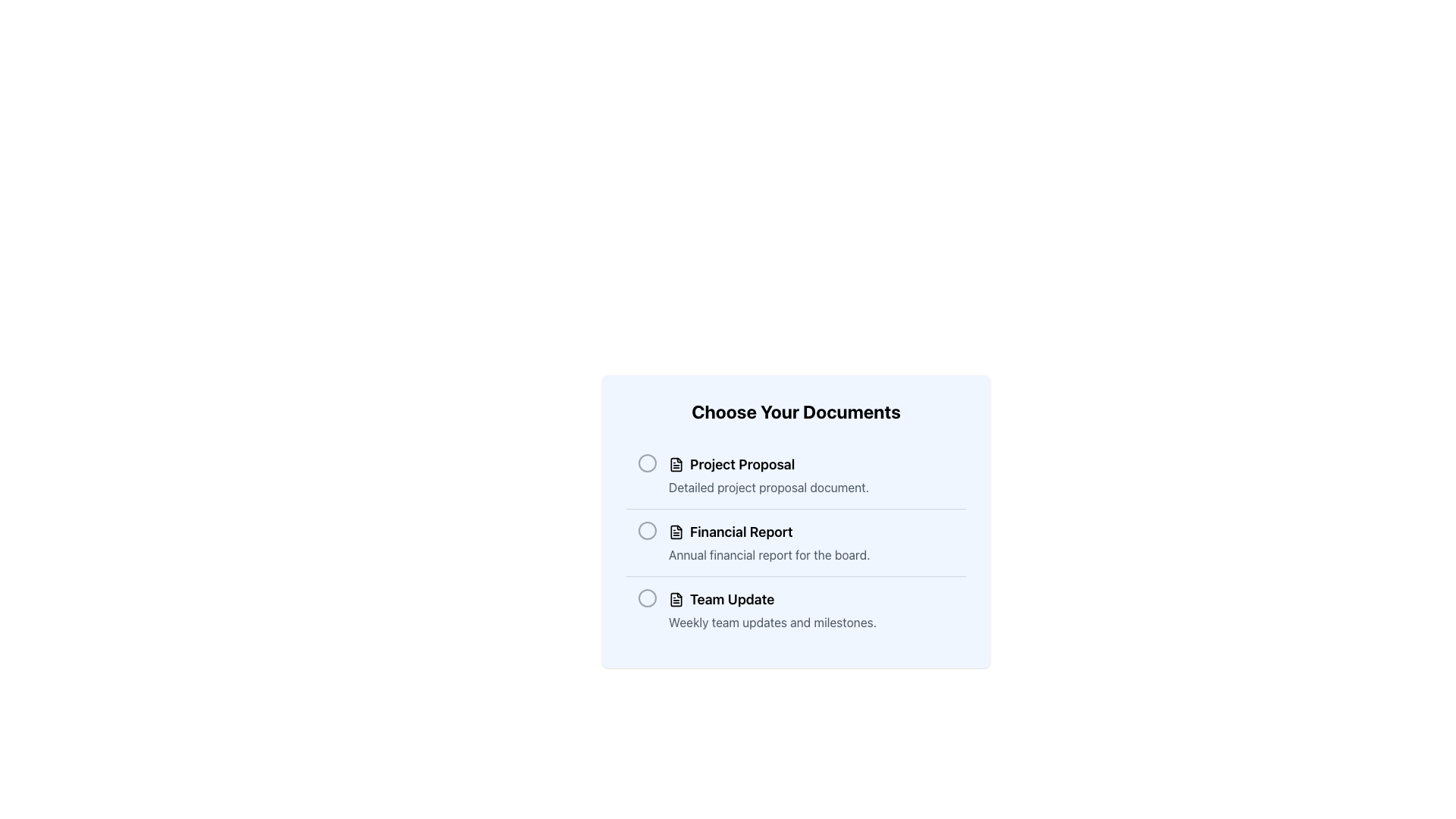 The height and width of the screenshot is (819, 1456). What do you see at coordinates (773, 598) in the screenshot?
I see `the 'Team Update' text element, which is the third item in a vertical list and has an adjacent document icon` at bounding box center [773, 598].